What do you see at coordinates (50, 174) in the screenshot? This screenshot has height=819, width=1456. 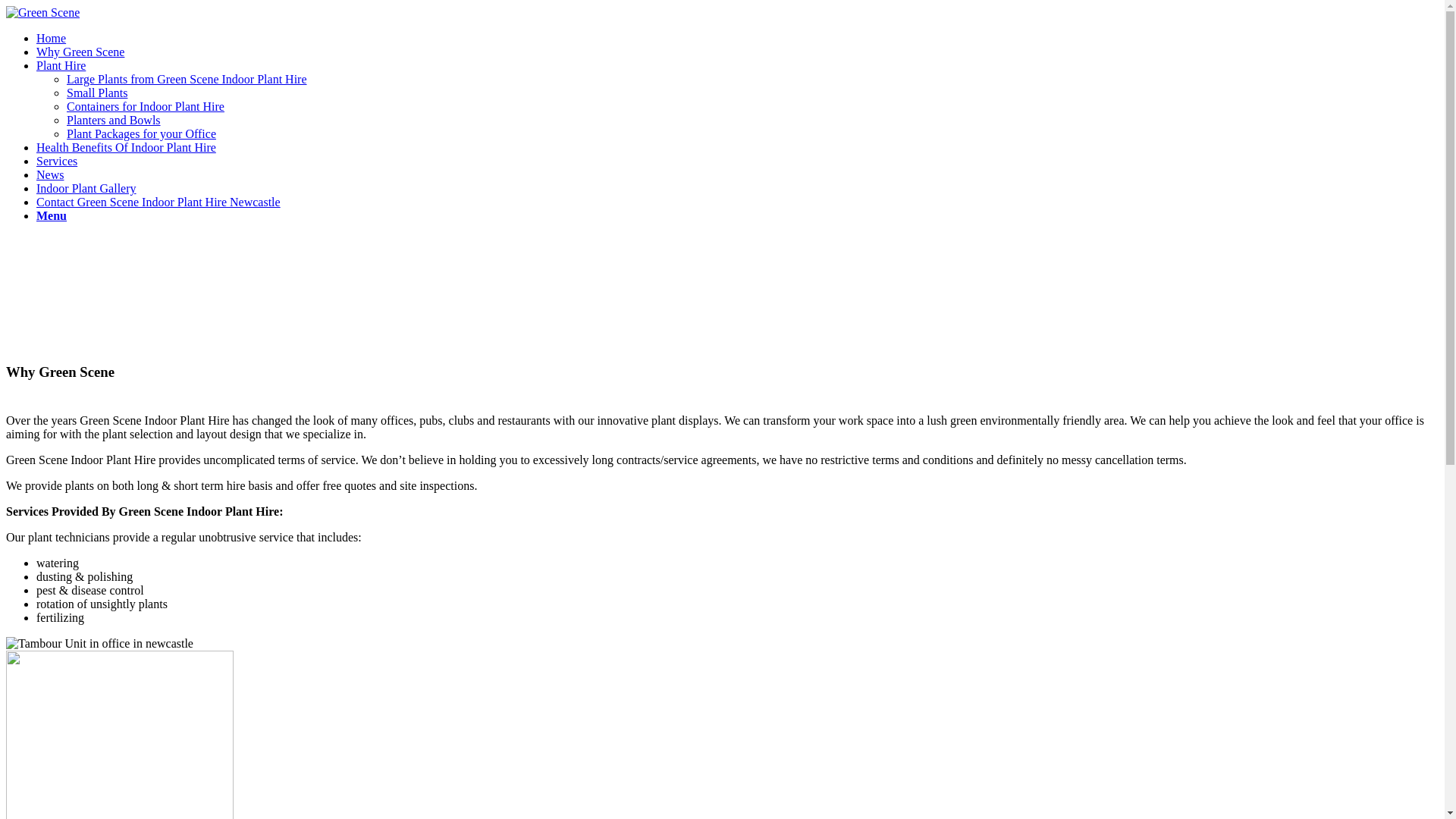 I see `'News'` at bounding box center [50, 174].